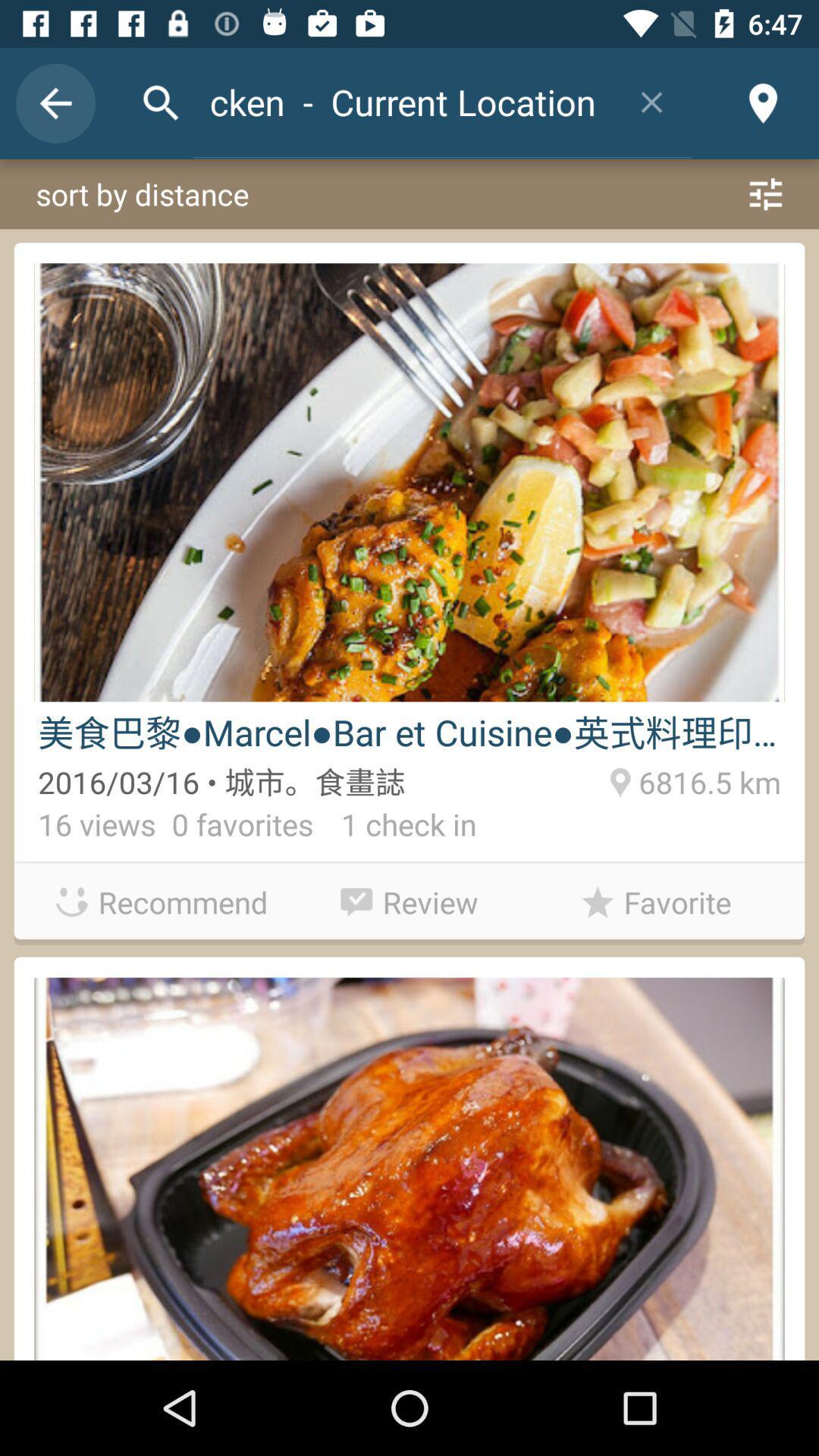 The width and height of the screenshot is (819, 1456). What do you see at coordinates (409, 898) in the screenshot?
I see `the icon next to favorite app` at bounding box center [409, 898].